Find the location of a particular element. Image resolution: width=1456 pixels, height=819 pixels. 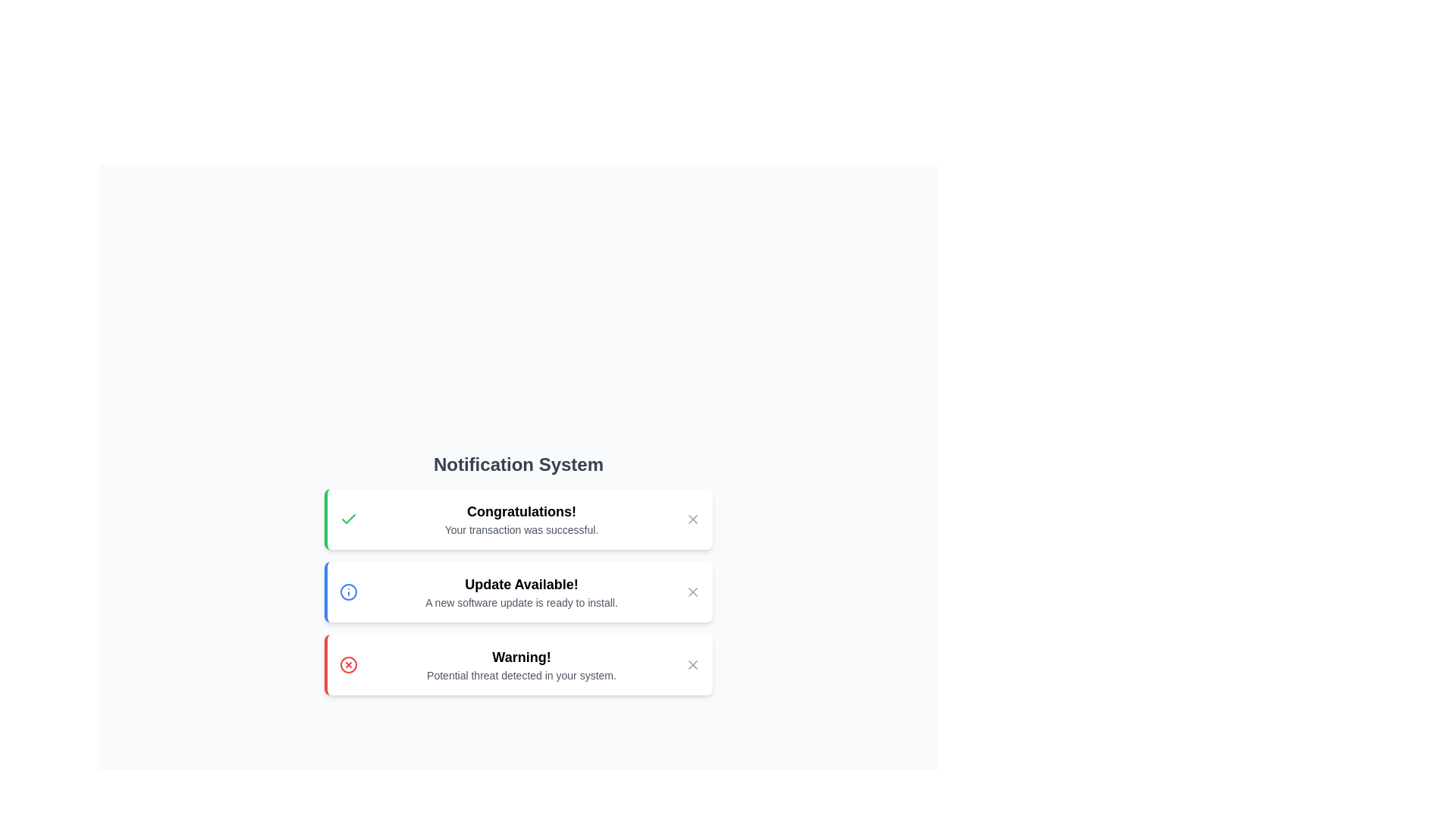

the close icon button located on the far right side of the notification that displays 'Congratulations! Your transaction was successful.' is located at coordinates (692, 519).